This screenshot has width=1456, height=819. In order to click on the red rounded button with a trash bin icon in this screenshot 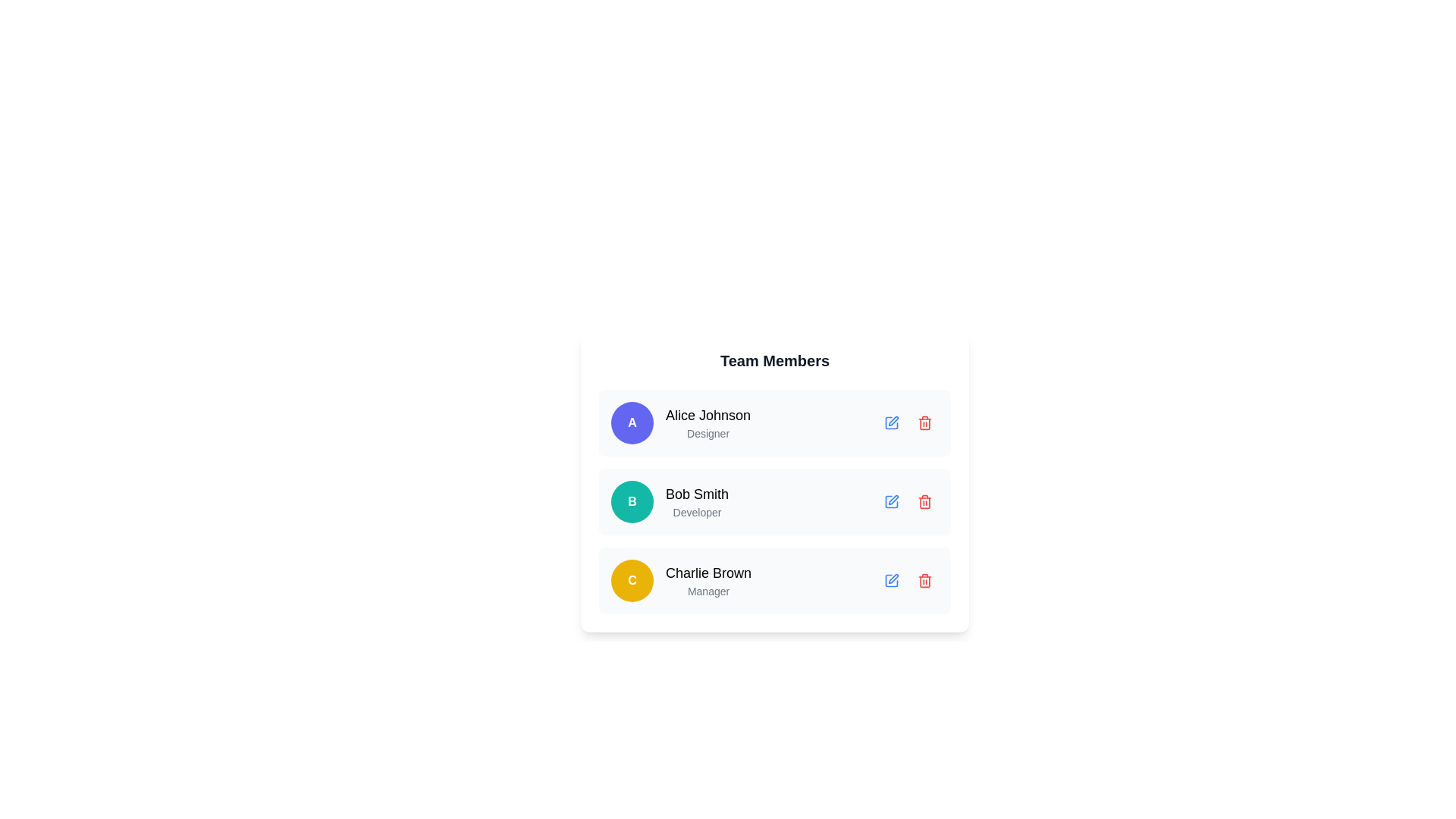, I will do `click(924, 580)`.